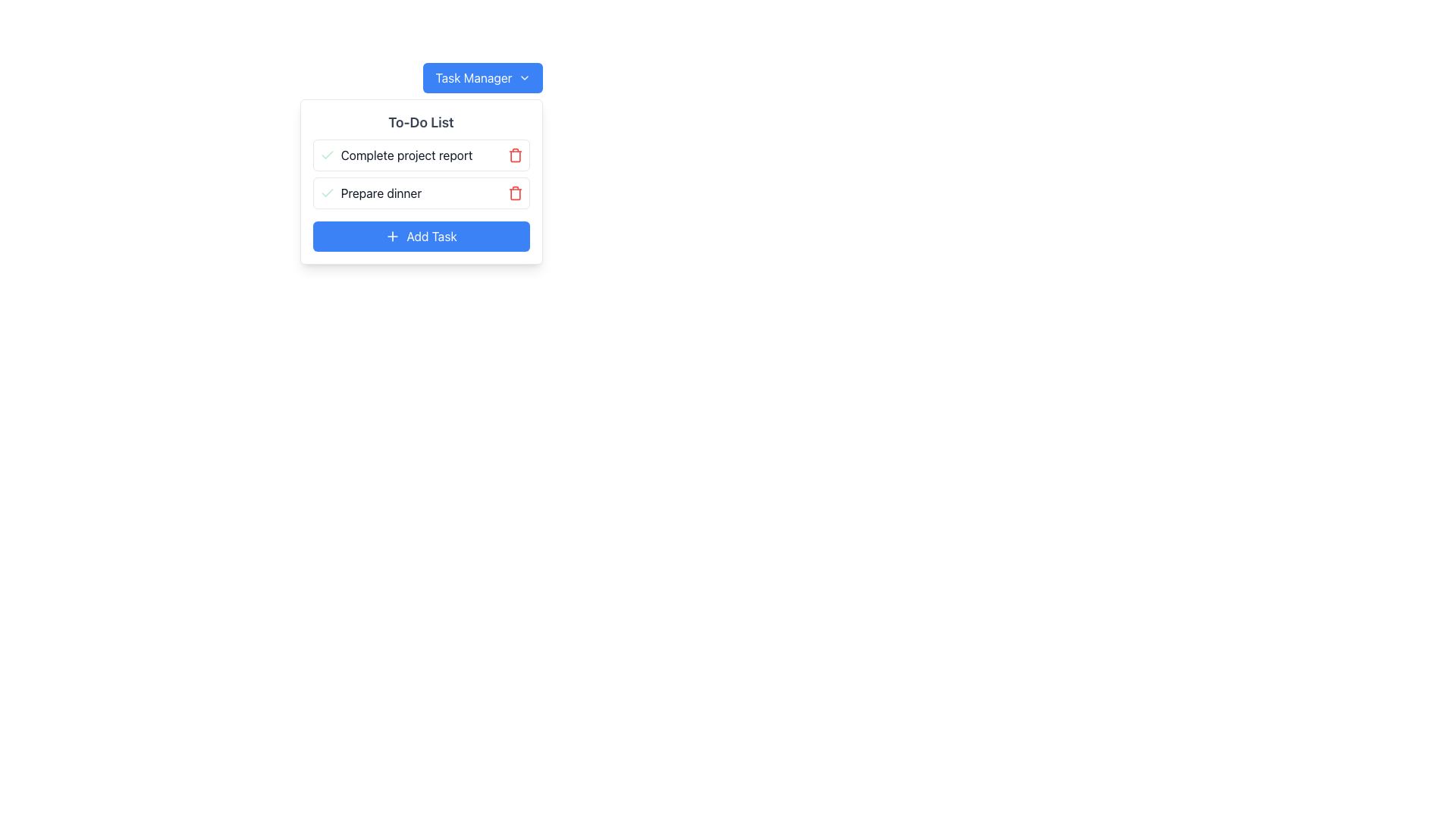  I want to click on the trash bin icon representing the delete action in the vertical task list, which is part of a vector graphics element, so click(515, 193).